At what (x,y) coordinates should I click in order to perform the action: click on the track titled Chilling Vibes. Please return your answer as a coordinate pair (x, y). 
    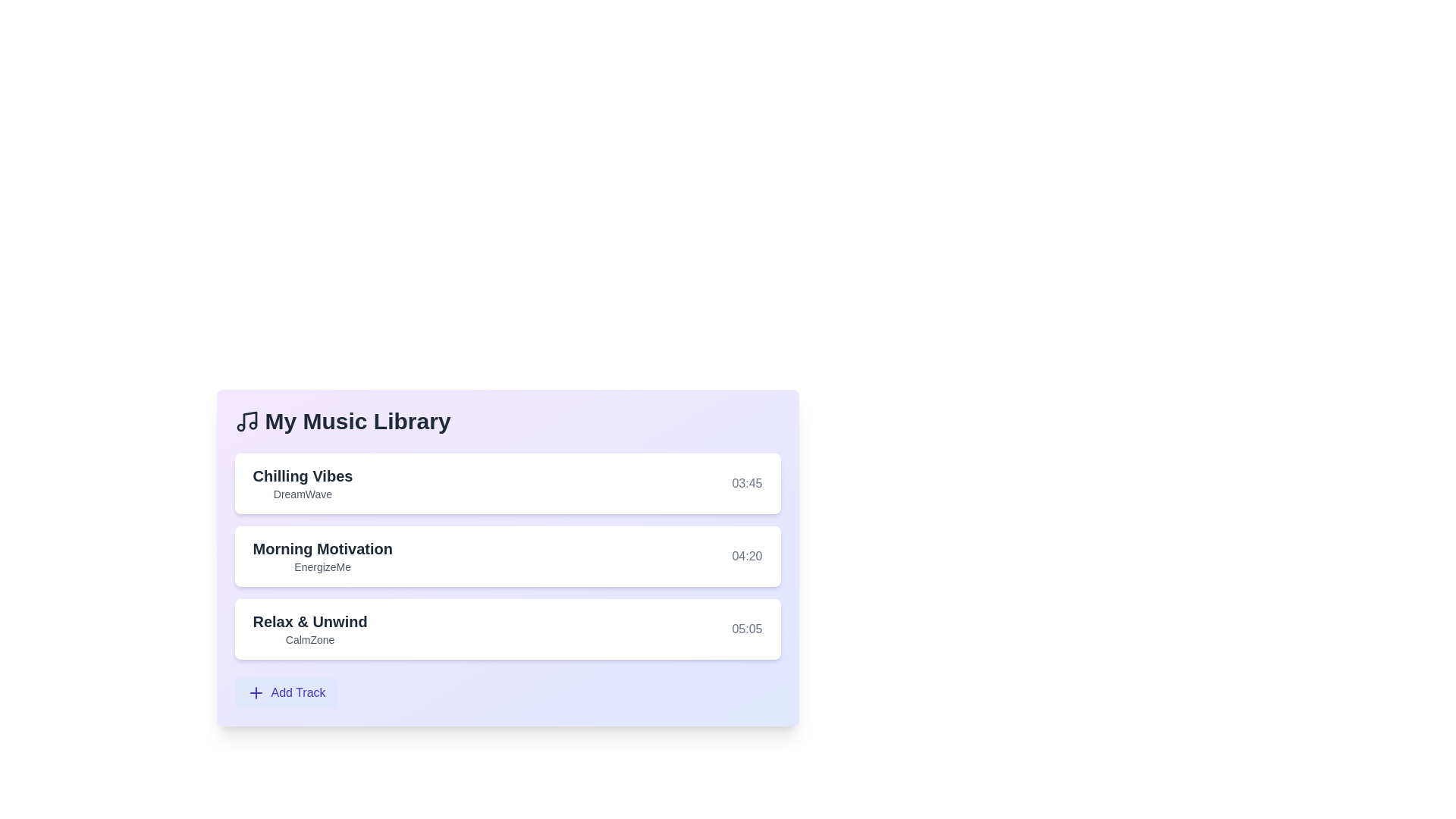
    Looking at the image, I should click on (303, 475).